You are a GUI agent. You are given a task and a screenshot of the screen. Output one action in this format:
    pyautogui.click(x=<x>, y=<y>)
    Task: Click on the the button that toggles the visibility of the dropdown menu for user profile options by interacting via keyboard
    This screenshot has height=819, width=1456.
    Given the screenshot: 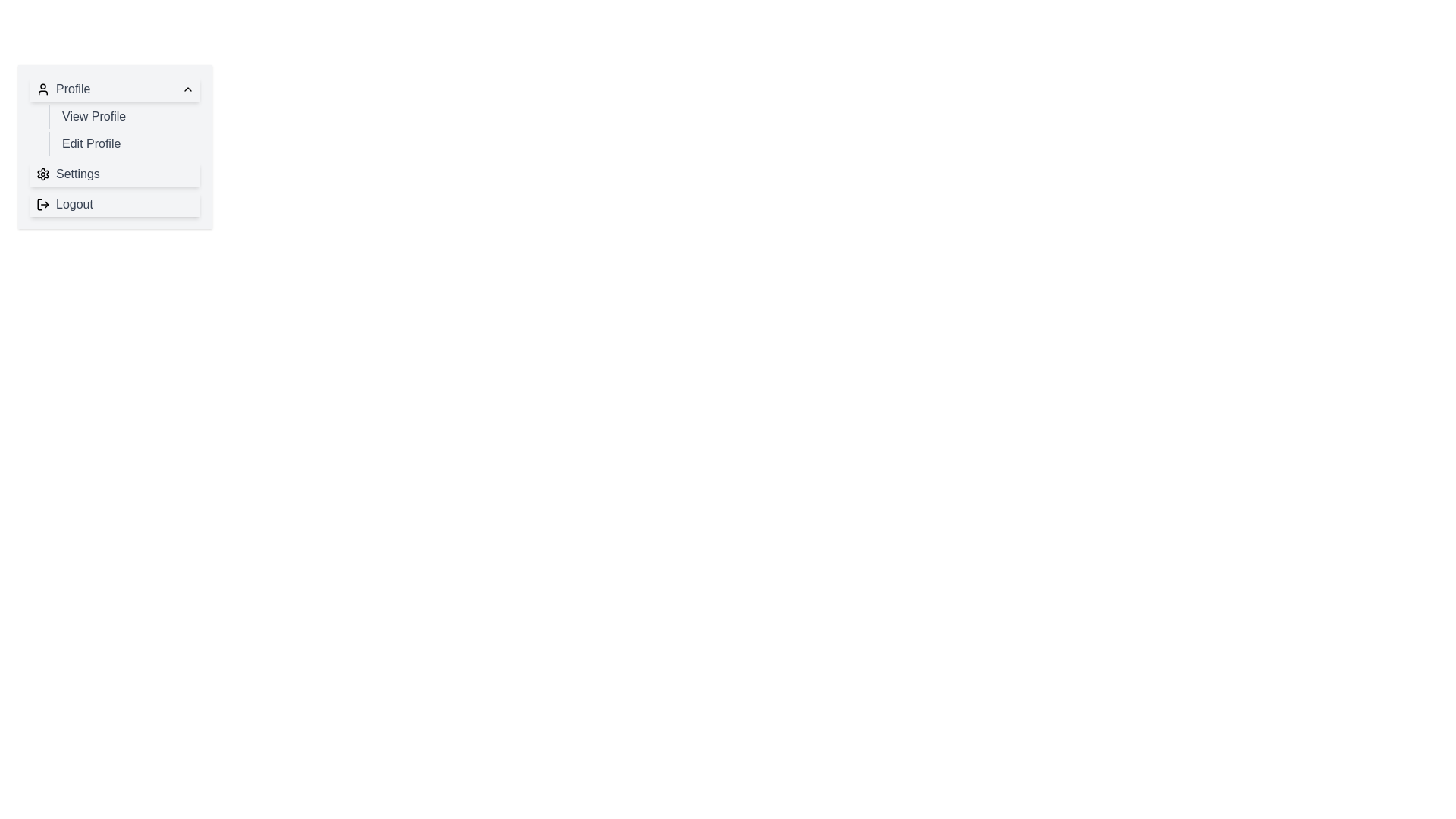 What is the action you would take?
    pyautogui.click(x=115, y=89)
    